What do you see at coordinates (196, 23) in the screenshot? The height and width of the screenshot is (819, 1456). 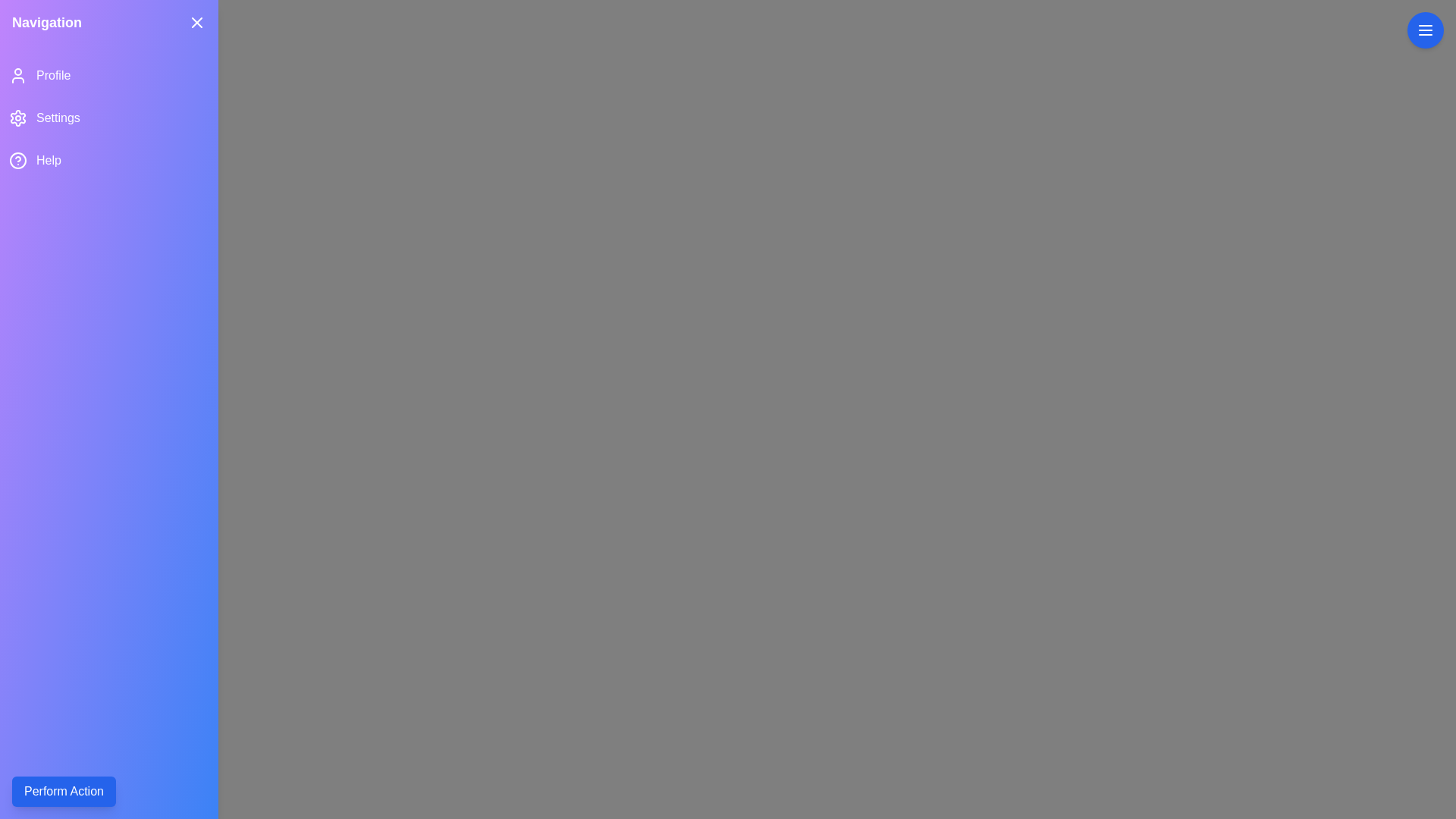 I see `the close icon resembling a cross ('X') located at the top-right corner of the sidebar panel adjacent to the 'Navigation' title` at bounding box center [196, 23].